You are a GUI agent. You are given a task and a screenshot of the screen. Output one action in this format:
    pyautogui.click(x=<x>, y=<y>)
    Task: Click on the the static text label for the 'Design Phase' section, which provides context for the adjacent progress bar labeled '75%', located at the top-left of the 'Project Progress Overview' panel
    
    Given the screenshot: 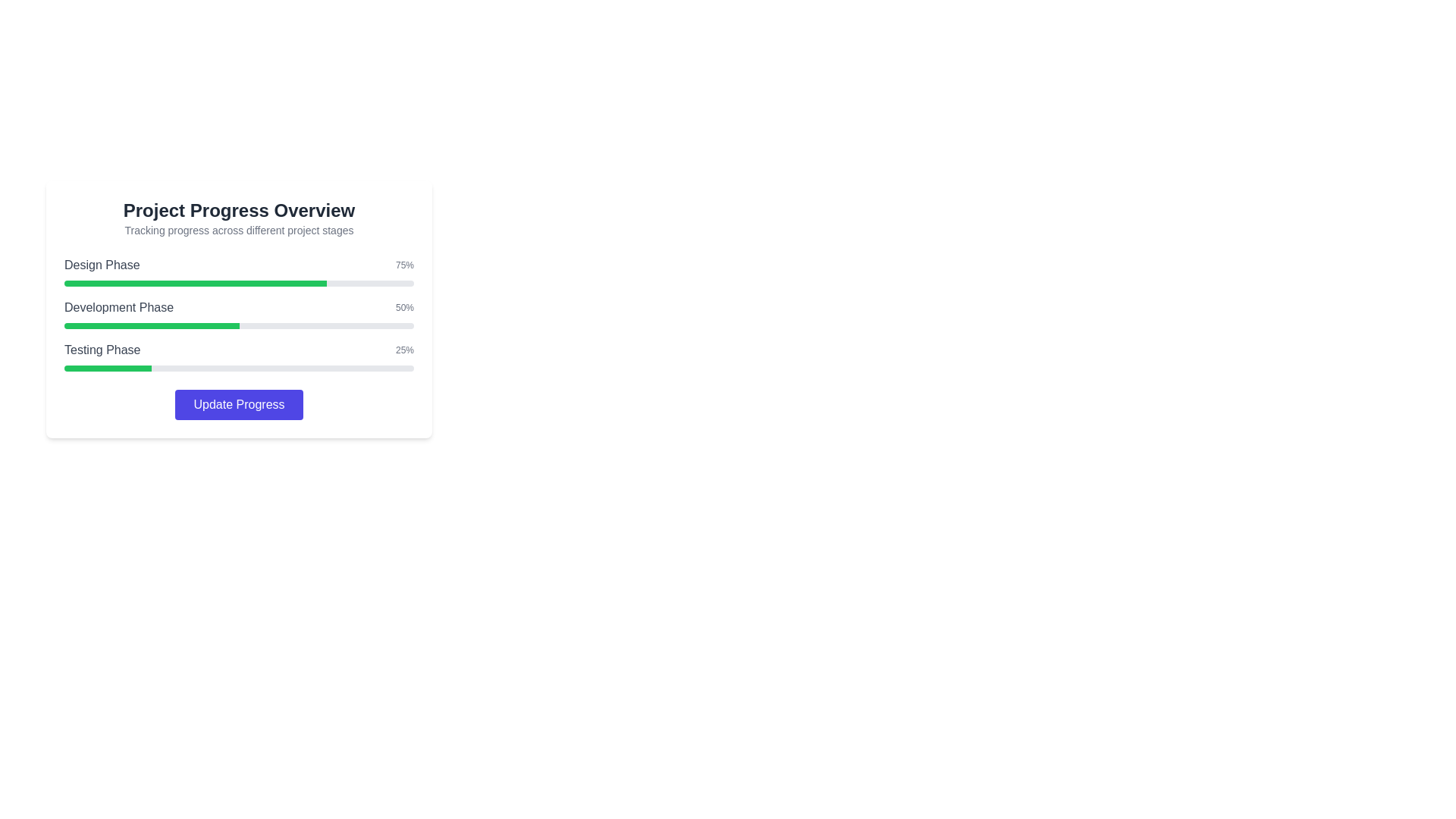 What is the action you would take?
    pyautogui.click(x=101, y=265)
    